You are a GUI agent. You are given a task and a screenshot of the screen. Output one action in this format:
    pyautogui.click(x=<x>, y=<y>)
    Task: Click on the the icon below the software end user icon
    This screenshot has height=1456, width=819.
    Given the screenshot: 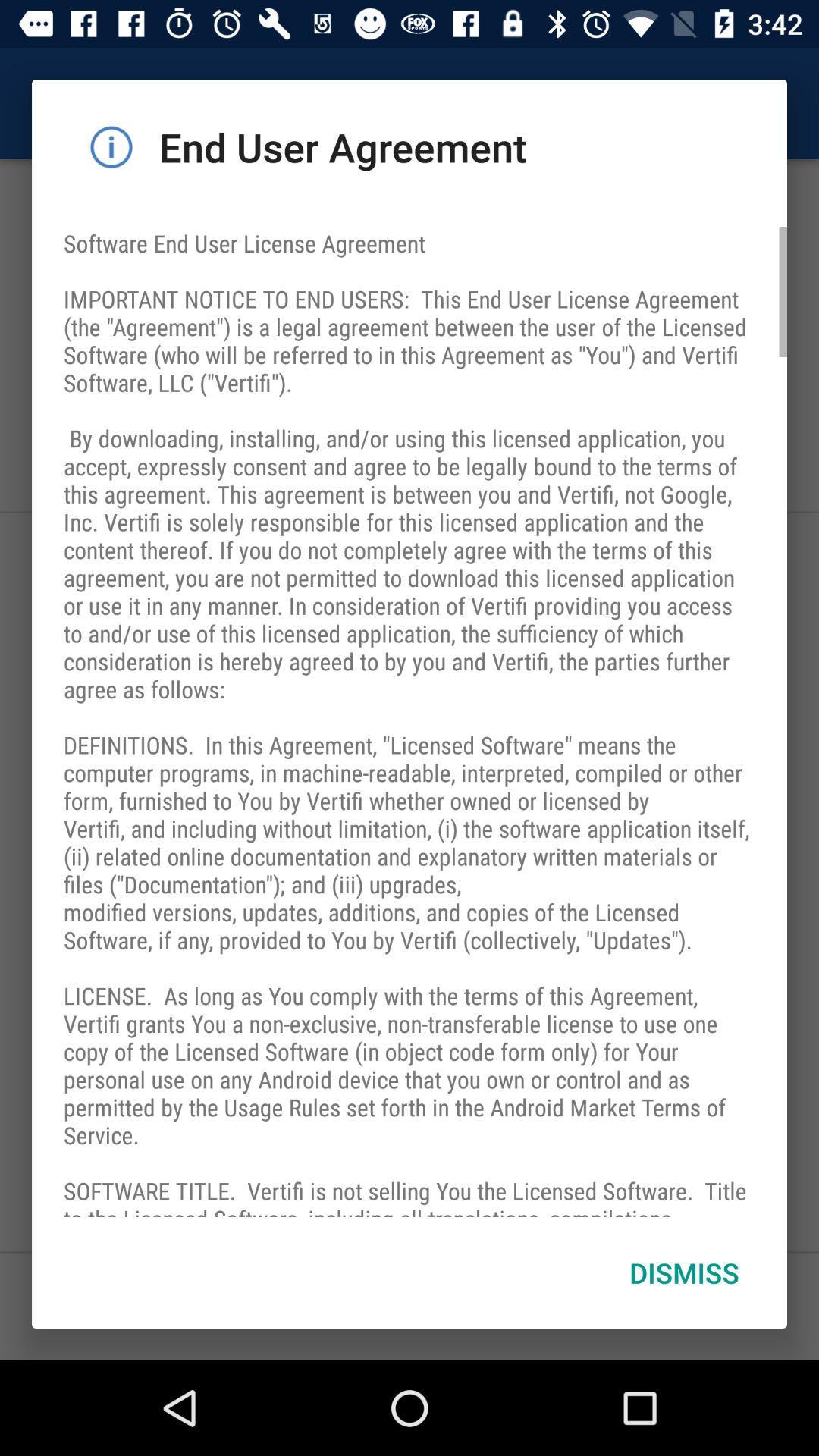 What is the action you would take?
    pyautogui.click(x=684, y=1272)
    